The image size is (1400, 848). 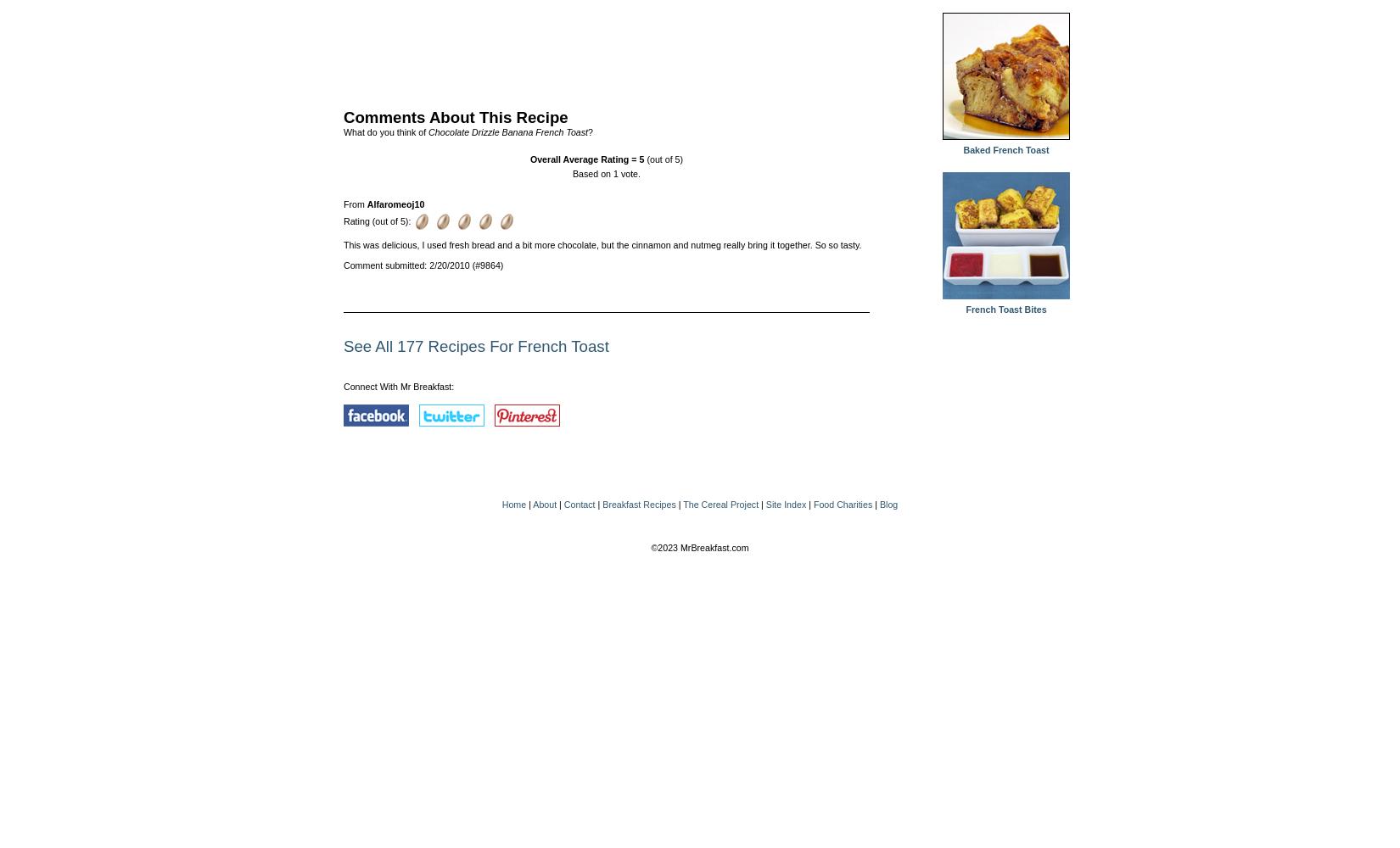 What do you see at coordinates (544, 504) in the screenshot?
I see `'About'` at bounding box center [544, 504].